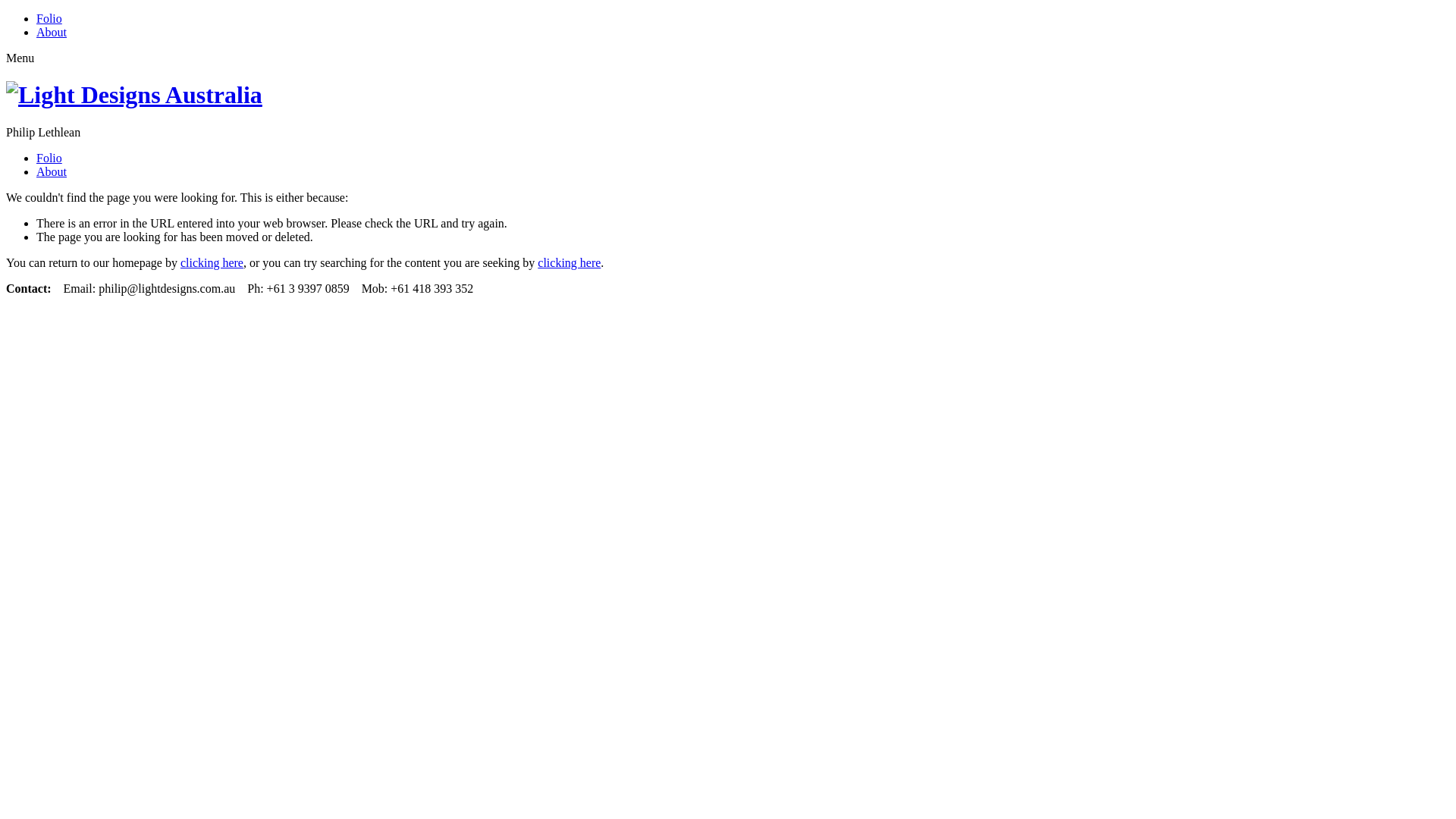 The width and height of the screenshot is (1456, 819). Describe the element at coordinates (51, 32) in the screenshot. I see `'About'` at that location.